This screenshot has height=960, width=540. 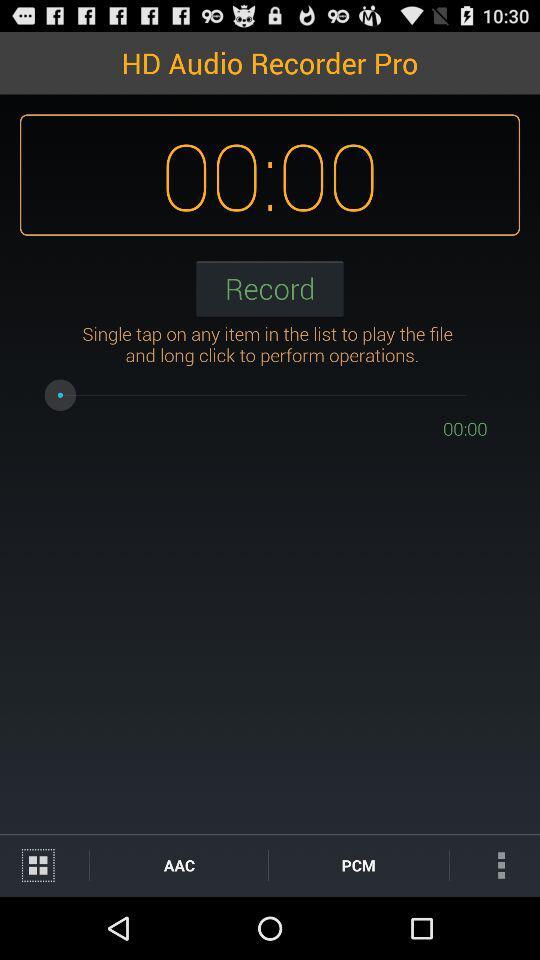 What do you see at coordinates (270, 287) in the screenshot?
I see `record icon` at bounding box center [270, 287].